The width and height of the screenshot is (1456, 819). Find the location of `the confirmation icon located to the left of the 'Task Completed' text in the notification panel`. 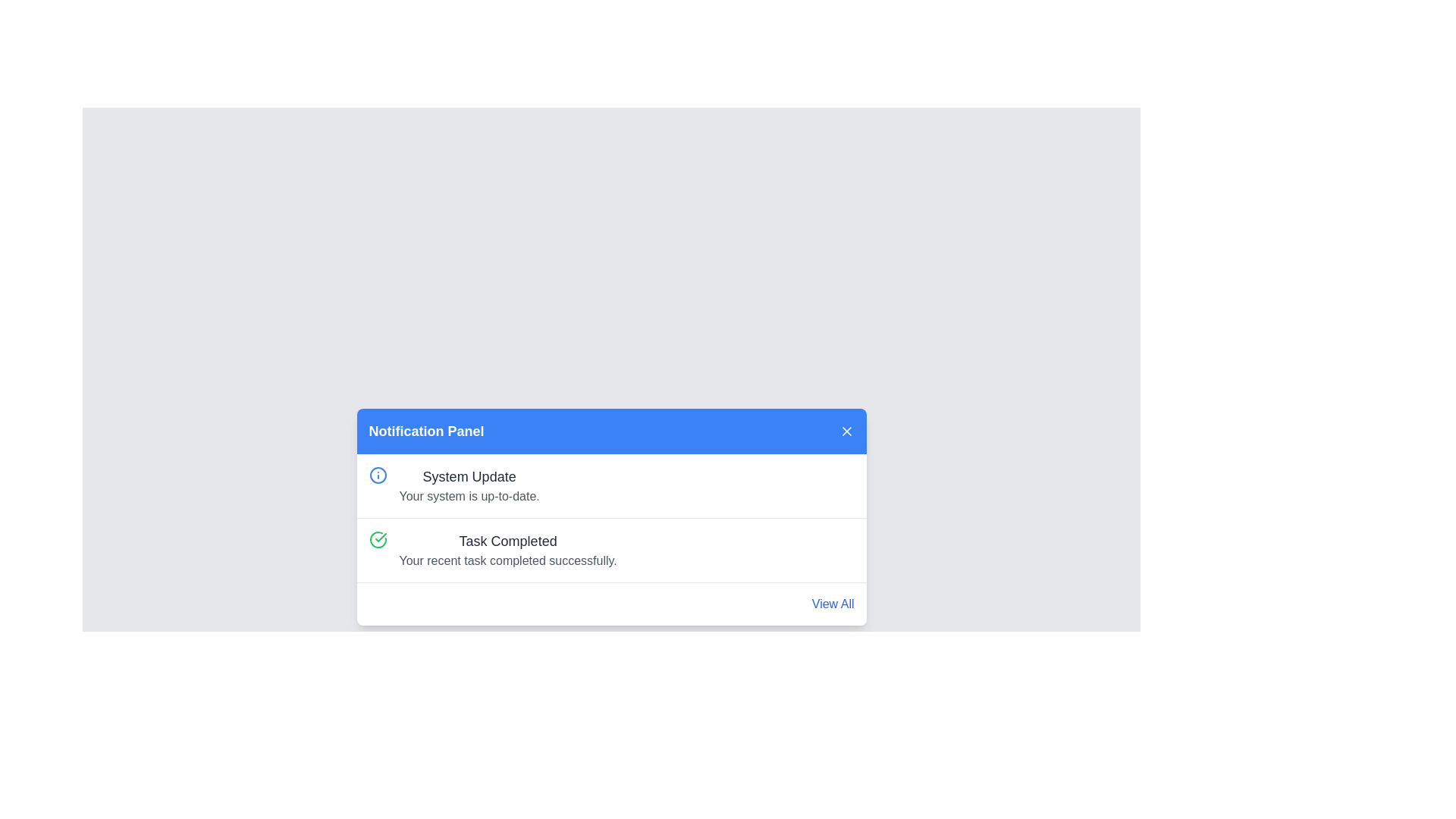

the confirmation icon located to the left of the 'Task Completed' text in the notification panel is located at coordinates (378, 539).